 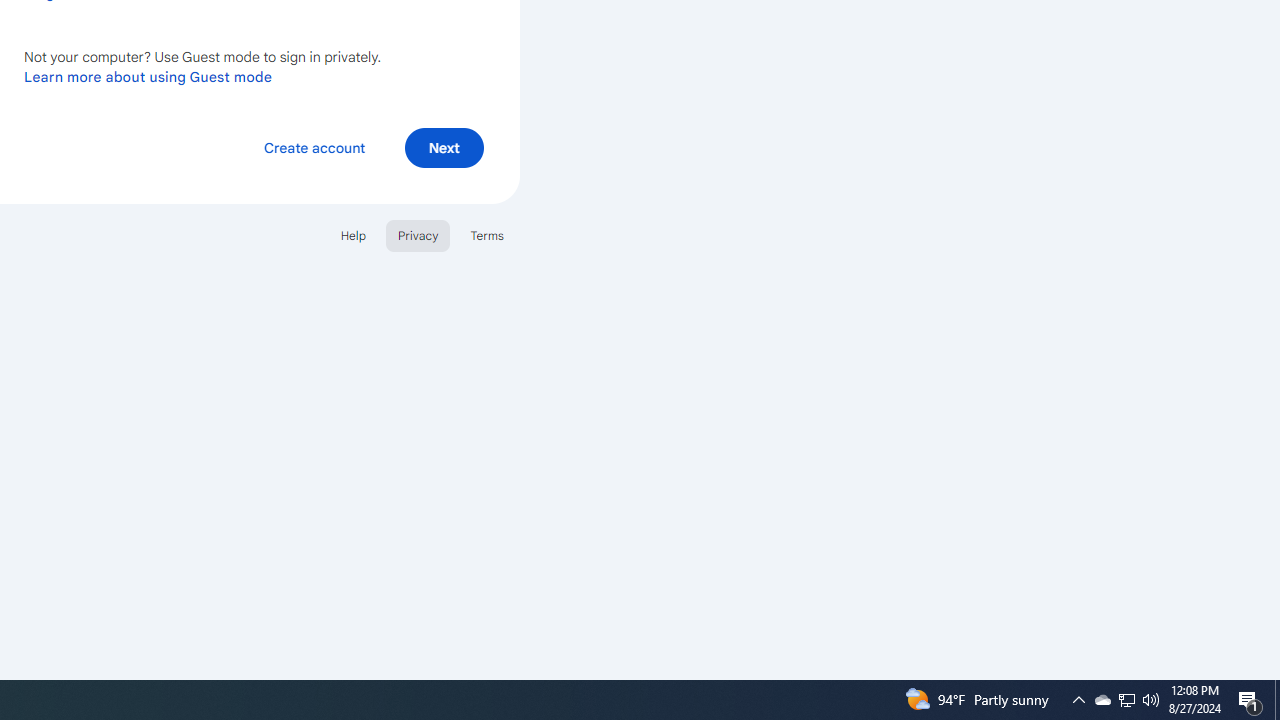 I want to click on 'Terms', so click(x=487, y=234).